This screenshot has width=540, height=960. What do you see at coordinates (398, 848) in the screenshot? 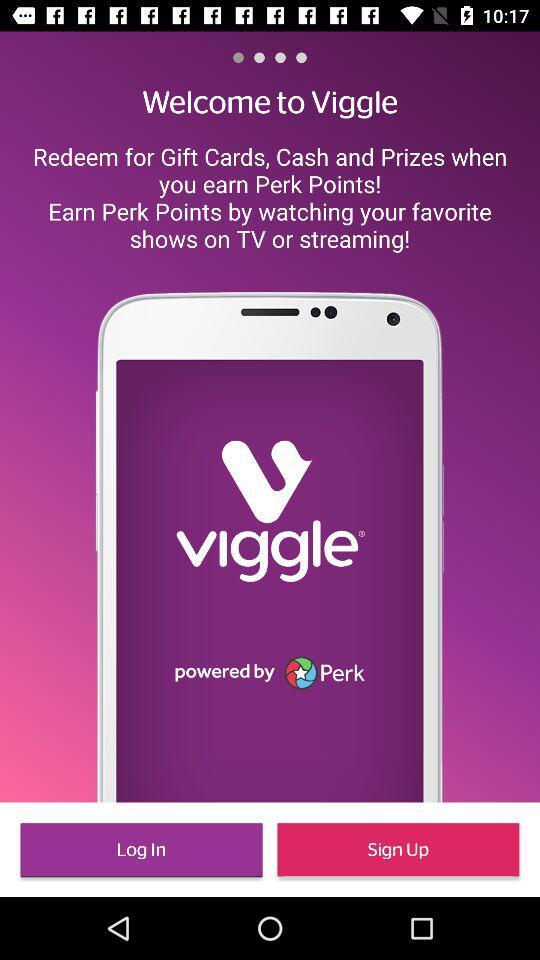
I see `sign up` at bounding box center [398, 848].